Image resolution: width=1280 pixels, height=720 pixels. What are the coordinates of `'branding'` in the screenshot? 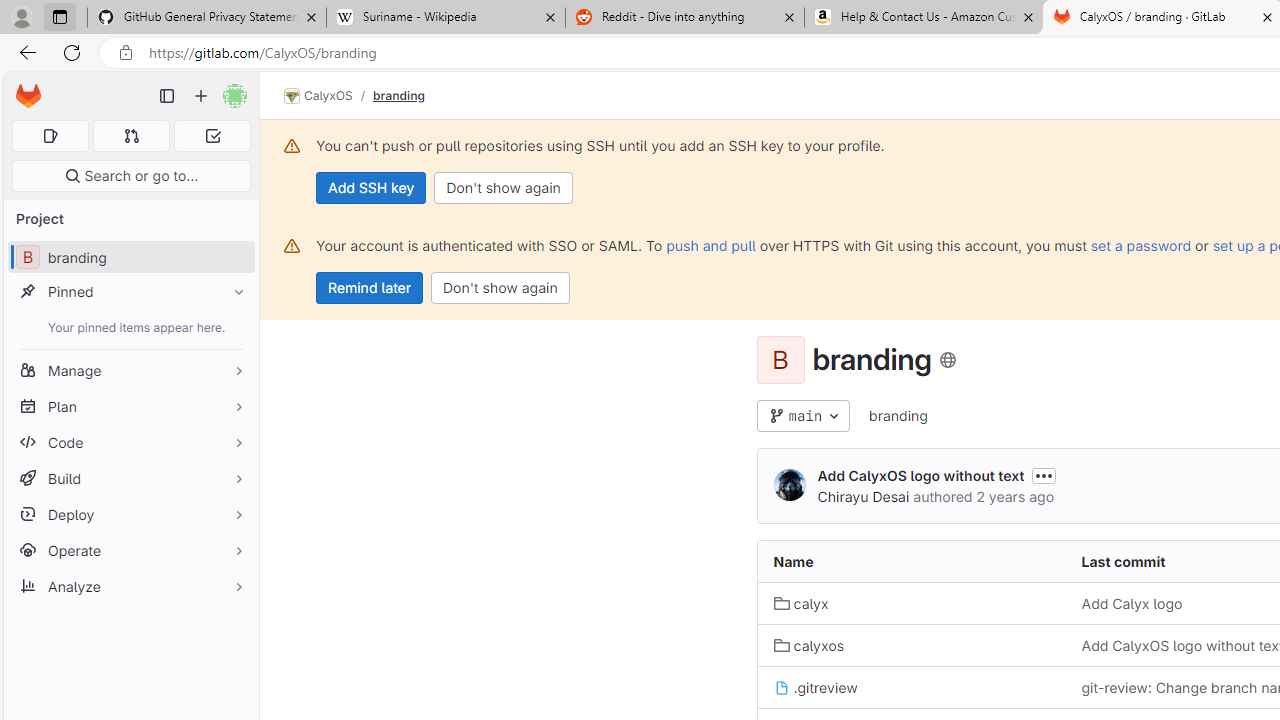 It's located at (897, 415).